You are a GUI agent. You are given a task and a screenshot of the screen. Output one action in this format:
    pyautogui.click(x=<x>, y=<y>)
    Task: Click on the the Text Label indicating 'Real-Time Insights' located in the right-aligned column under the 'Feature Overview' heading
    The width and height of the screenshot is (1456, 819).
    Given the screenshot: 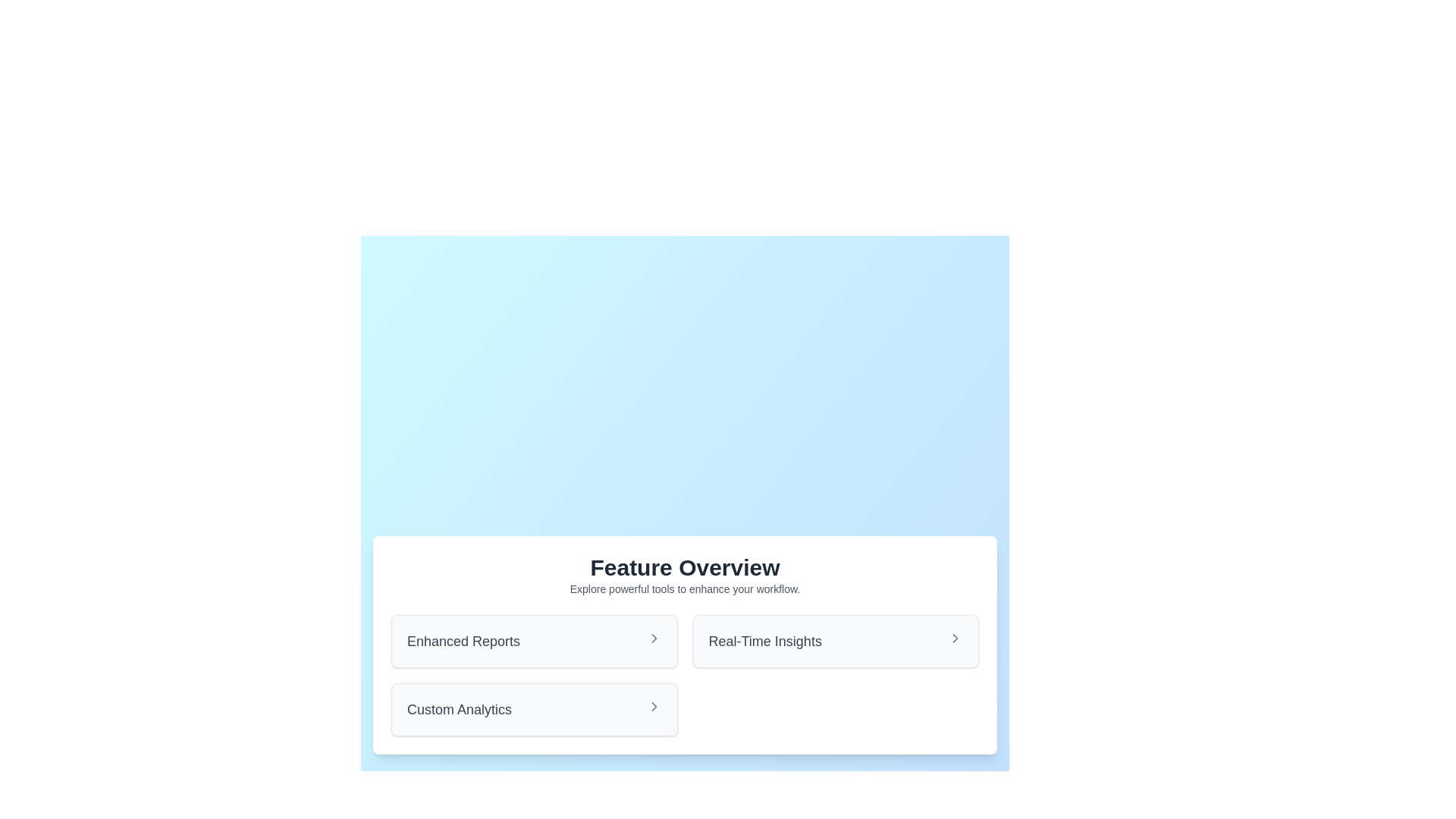 What is the action you would take?
    pyautogui.click(x=765, y=641)
    